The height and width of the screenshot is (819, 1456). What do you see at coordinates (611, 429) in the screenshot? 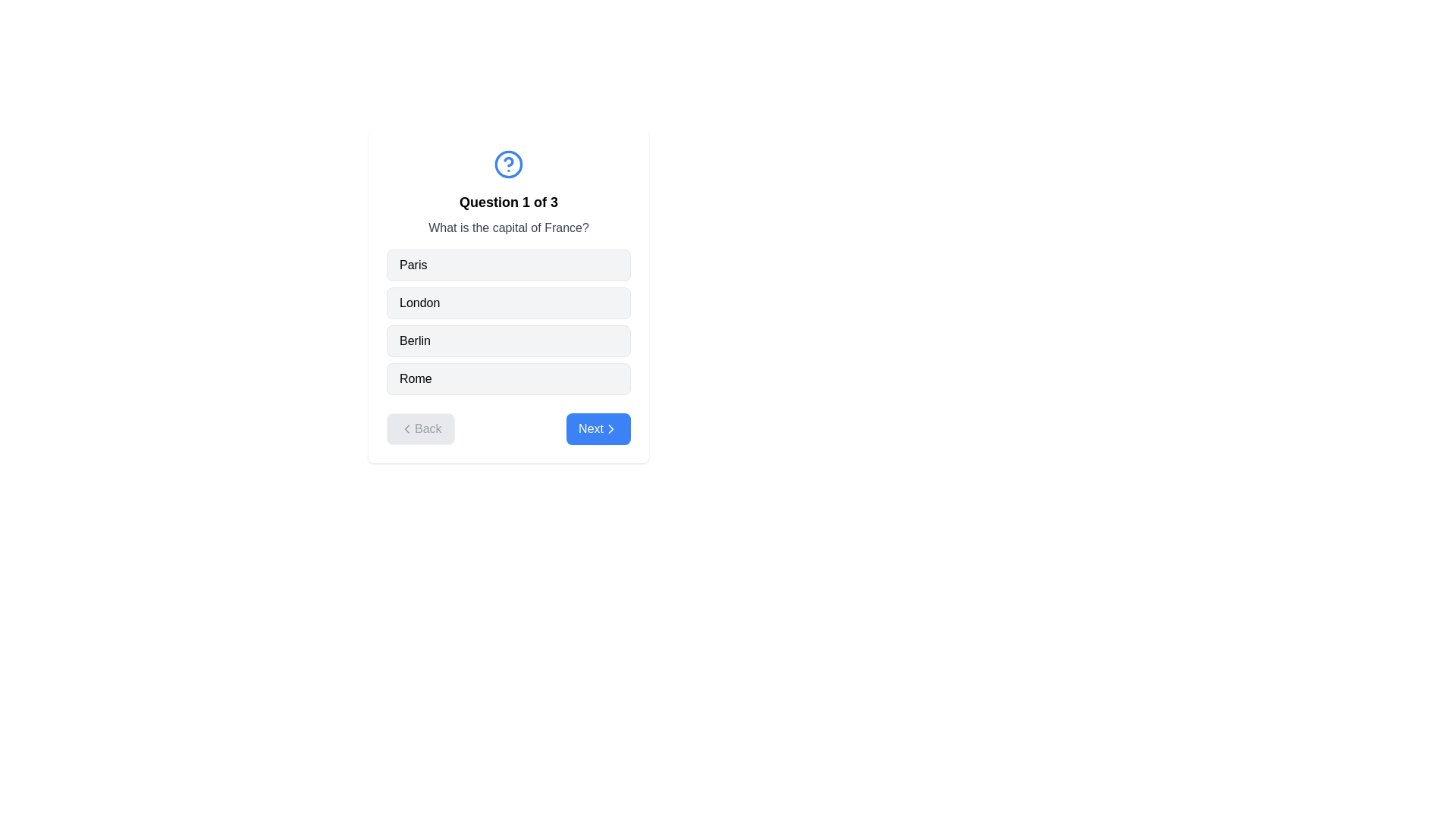
I see `the right-facing chevron icon within the 'Next' button, which has a blue background and white text, to receive interactive feedback` at bounding box center [611, 429].